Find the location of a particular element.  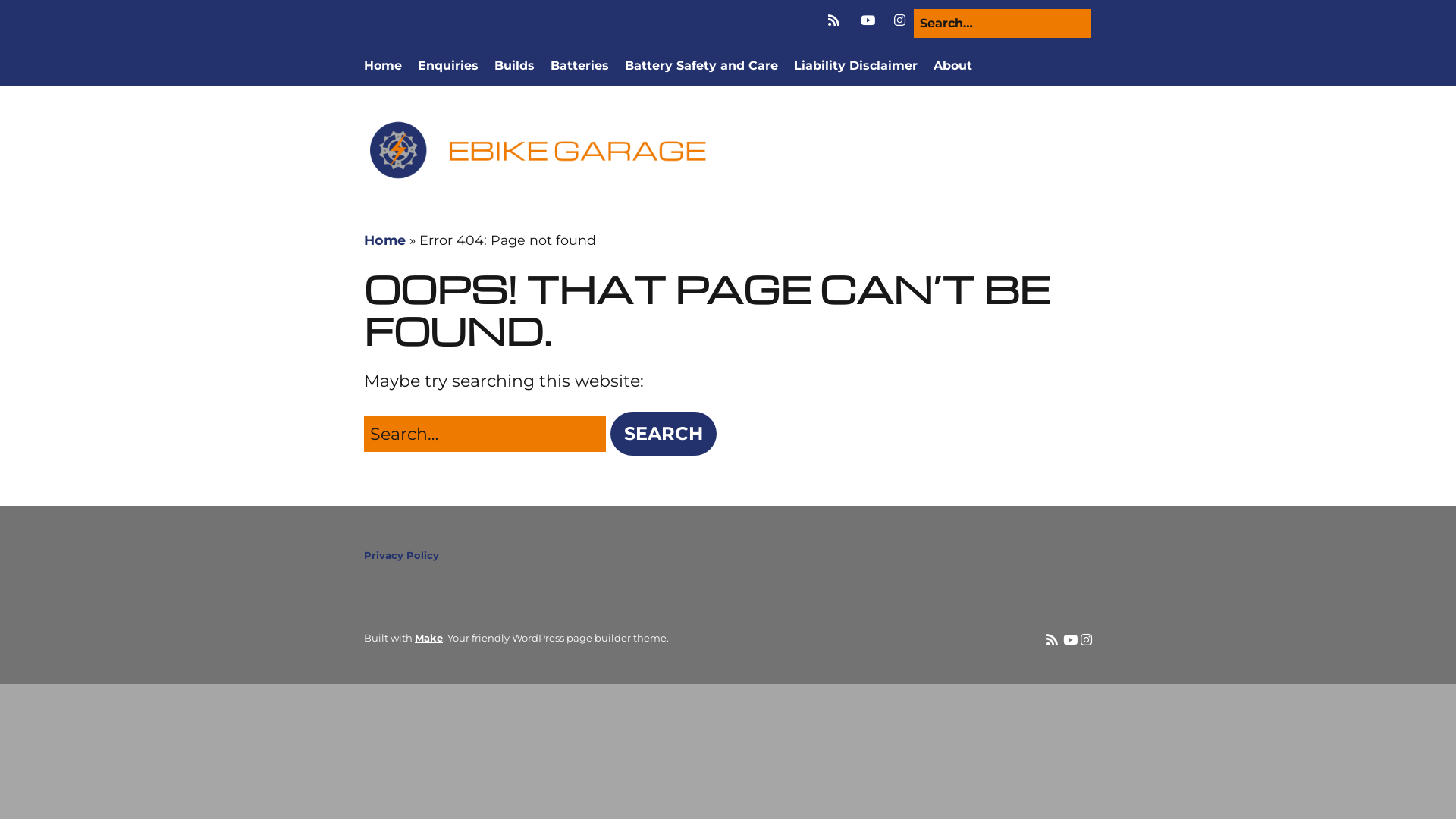

'Builds' is located at coordinates (514, 65).